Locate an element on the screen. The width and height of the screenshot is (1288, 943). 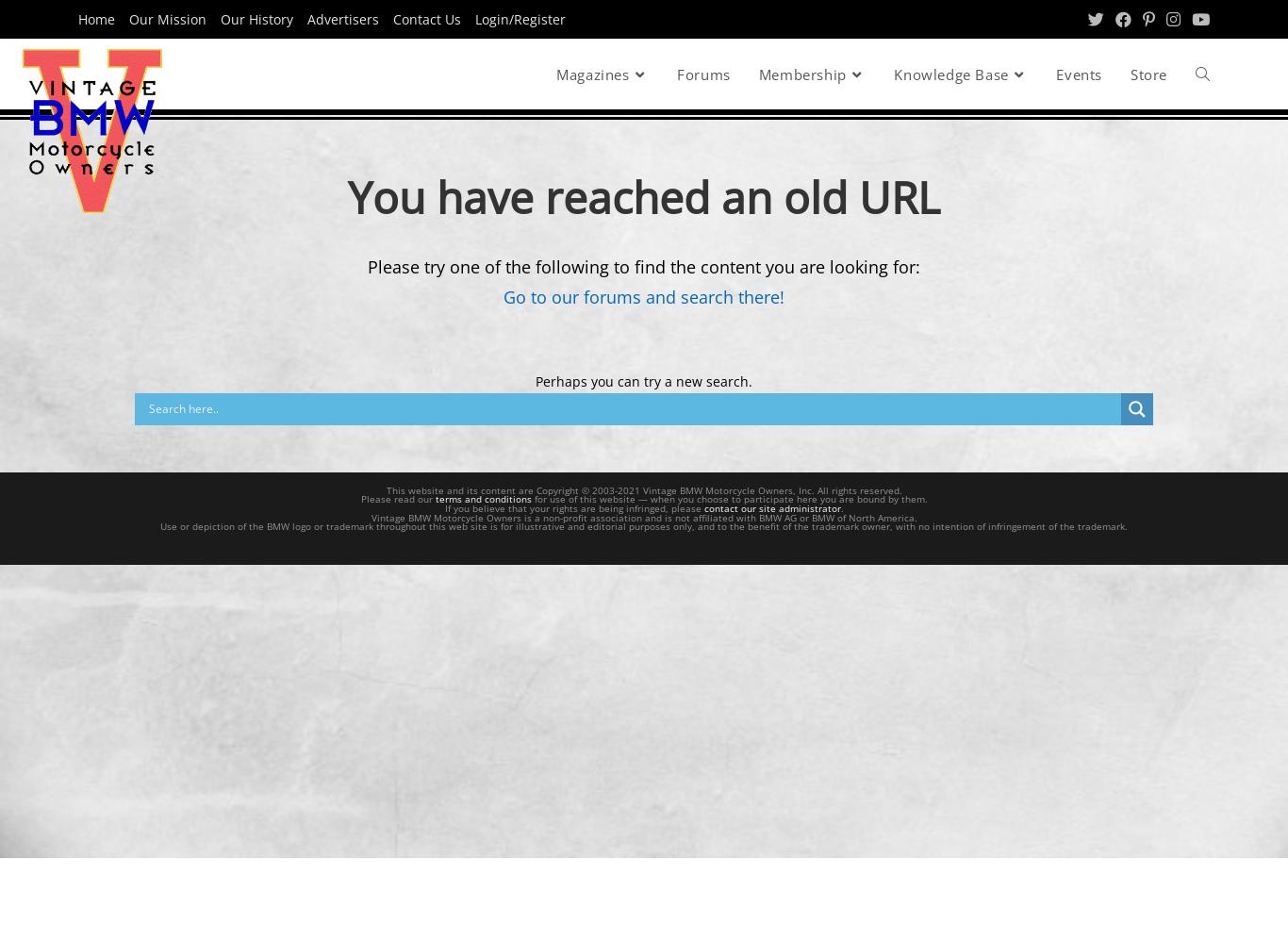
'Home' is located at coordinates (96, 19).